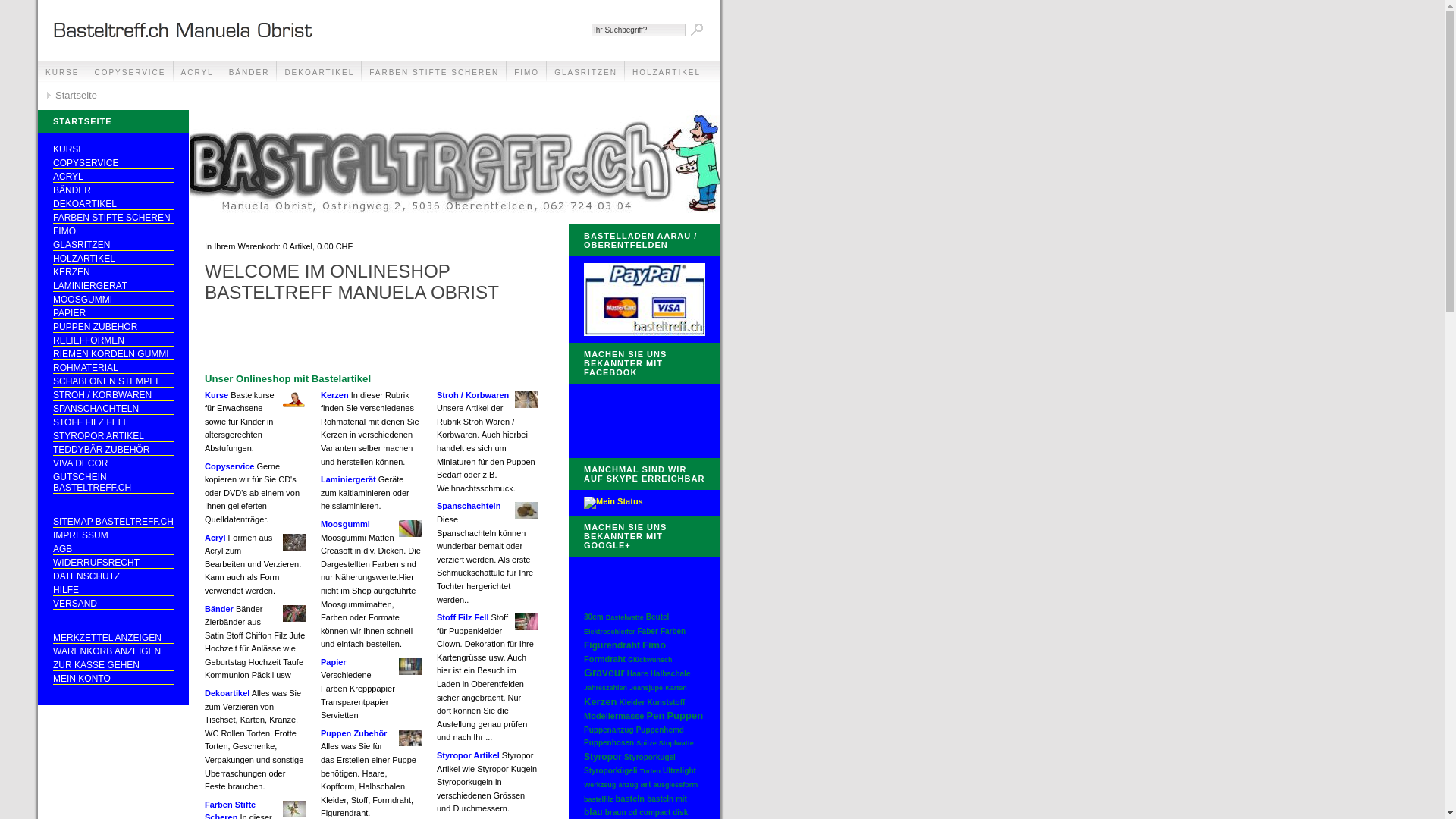 The image size is (1456, 819). What do you see at coordinates (660, 729) in the screenshot?
I see `'Puppenhemd'` at bounding box center [660, 729].